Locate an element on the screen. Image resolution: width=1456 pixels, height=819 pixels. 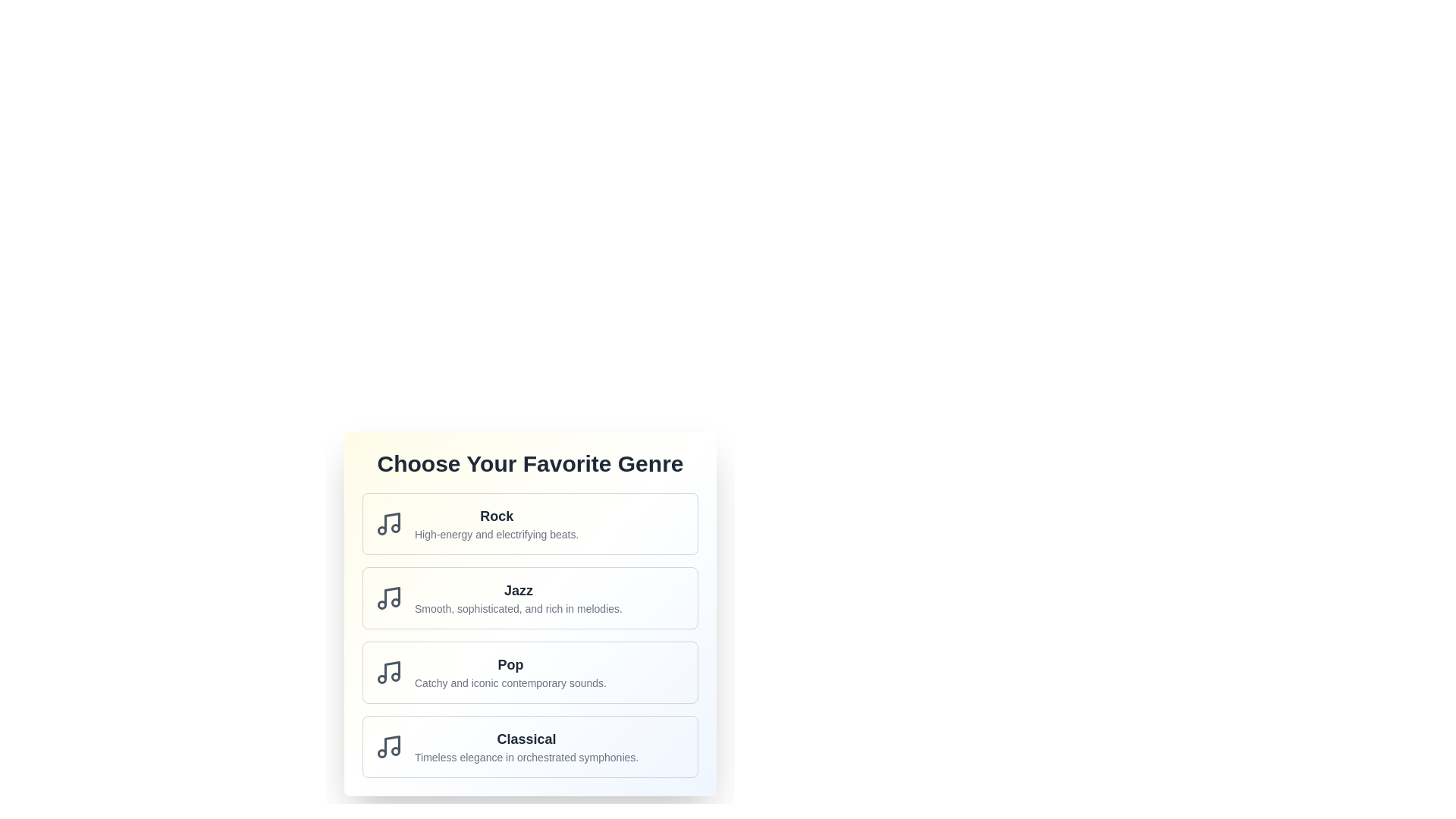
the Jazz music genre icon located on the left side of the entry labeled 'Jazz,' which has the description 'Smooth, sophisticated, and rich in melodies.' is located at coordinates (389, 598).